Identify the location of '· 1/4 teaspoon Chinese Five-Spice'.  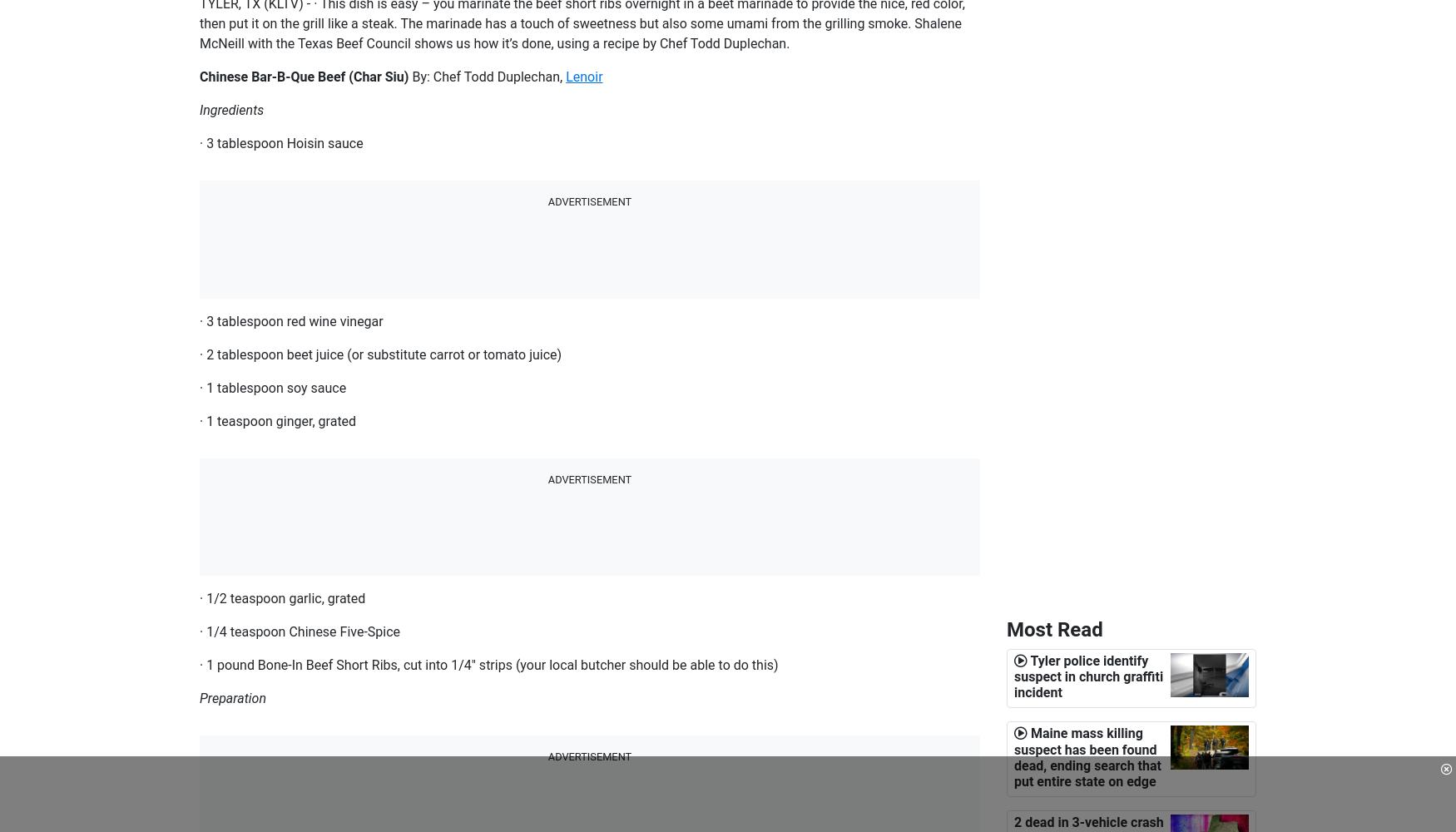
(300, 631).